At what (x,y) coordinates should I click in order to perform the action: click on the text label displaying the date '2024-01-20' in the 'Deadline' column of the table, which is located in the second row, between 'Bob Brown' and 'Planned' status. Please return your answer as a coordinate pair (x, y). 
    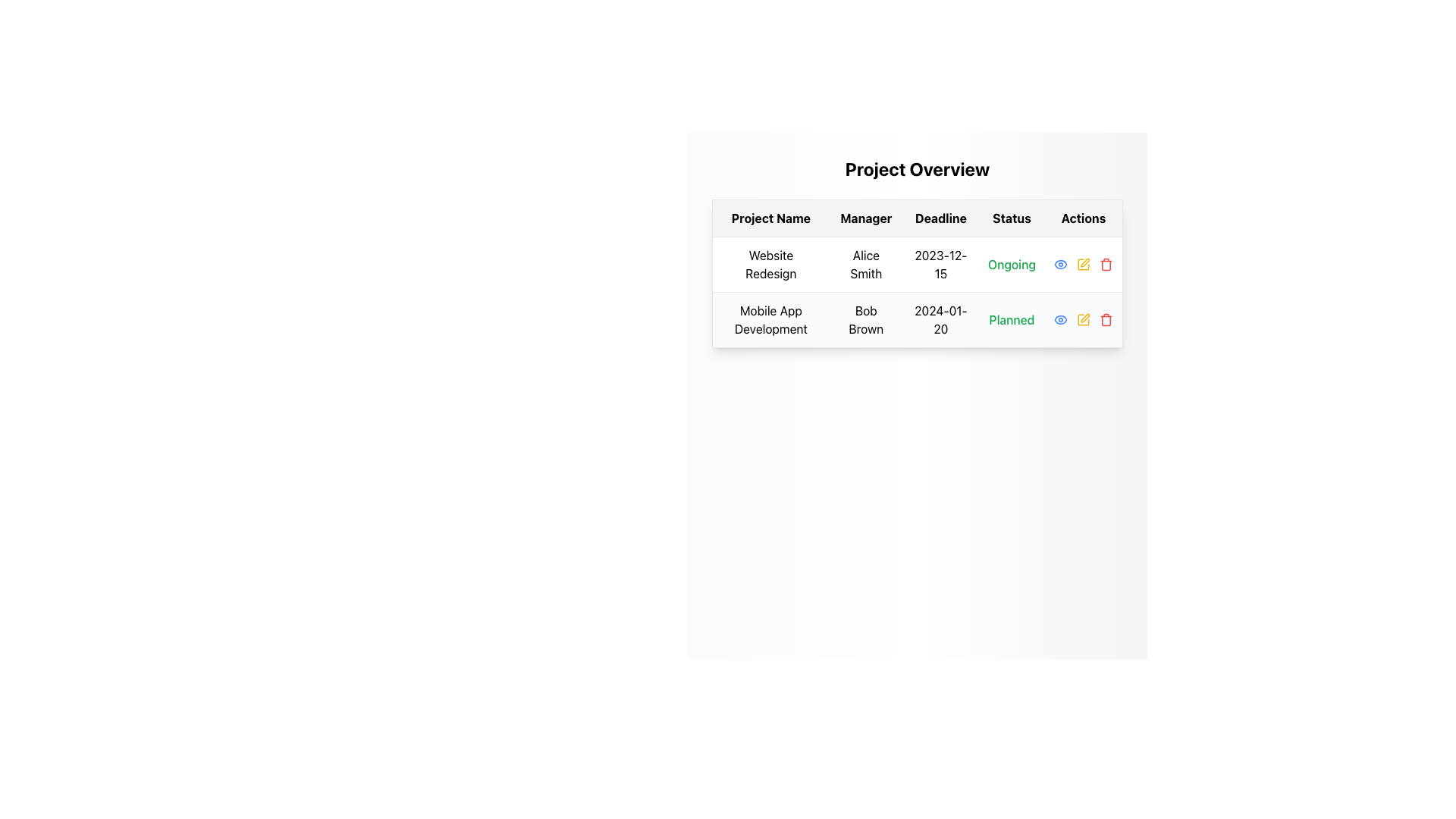
    Looking at the image, I should click on (940, 318).